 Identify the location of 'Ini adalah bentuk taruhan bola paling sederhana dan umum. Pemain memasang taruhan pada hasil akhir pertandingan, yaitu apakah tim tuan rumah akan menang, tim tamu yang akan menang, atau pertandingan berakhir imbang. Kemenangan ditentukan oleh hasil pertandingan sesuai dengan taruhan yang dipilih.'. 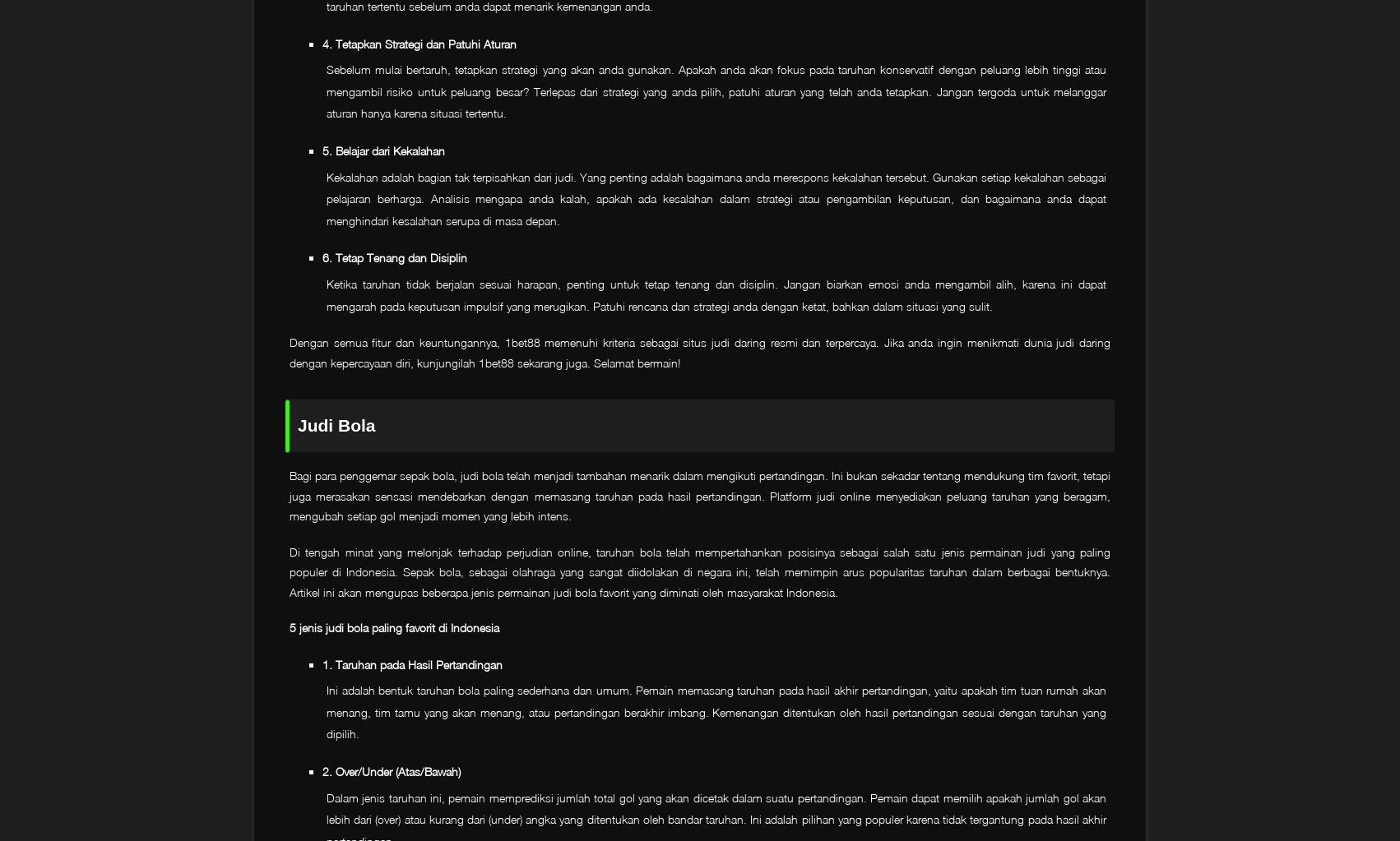
(716, 710).